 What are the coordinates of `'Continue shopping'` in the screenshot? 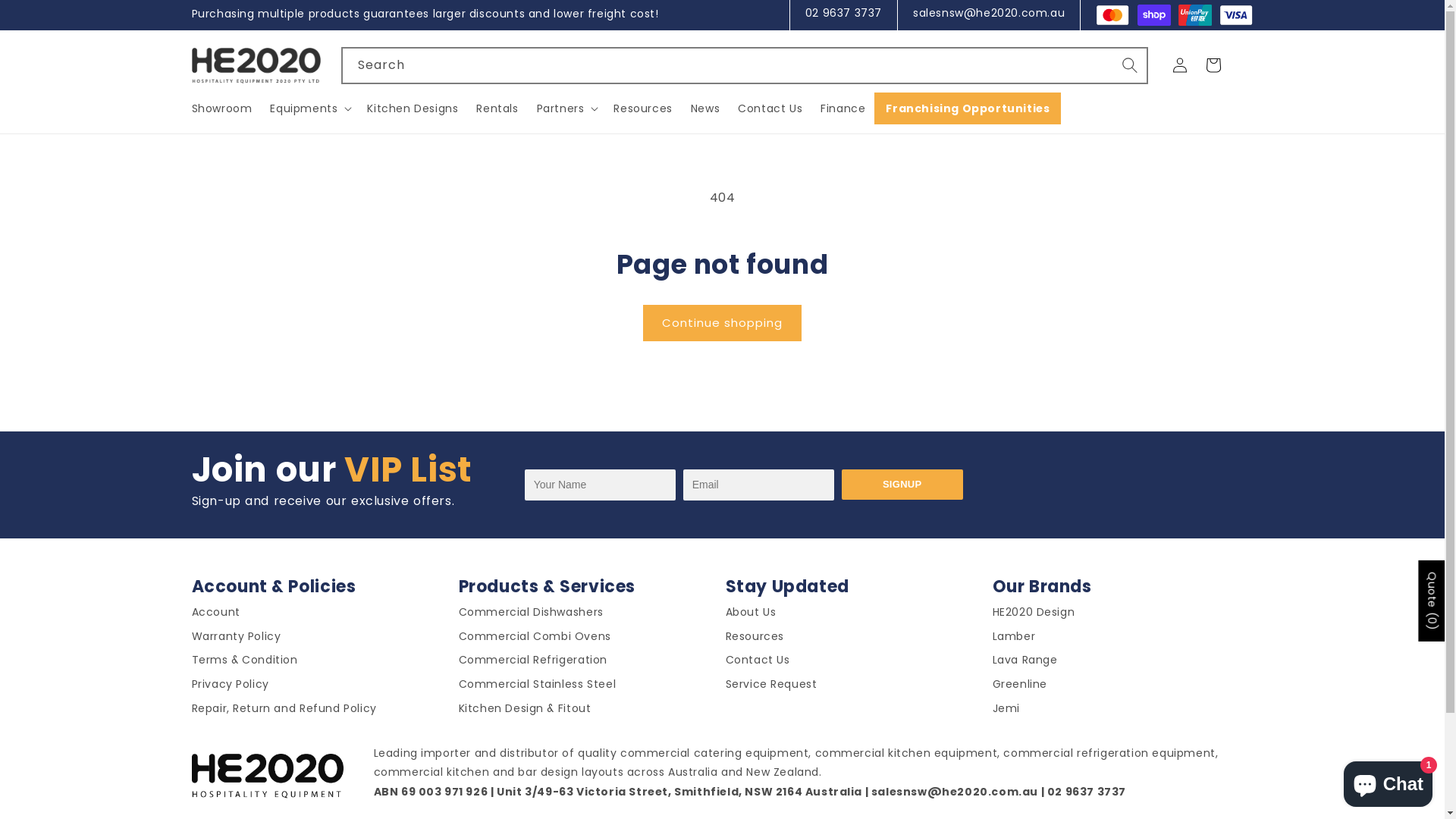 It's located at (721, 322).